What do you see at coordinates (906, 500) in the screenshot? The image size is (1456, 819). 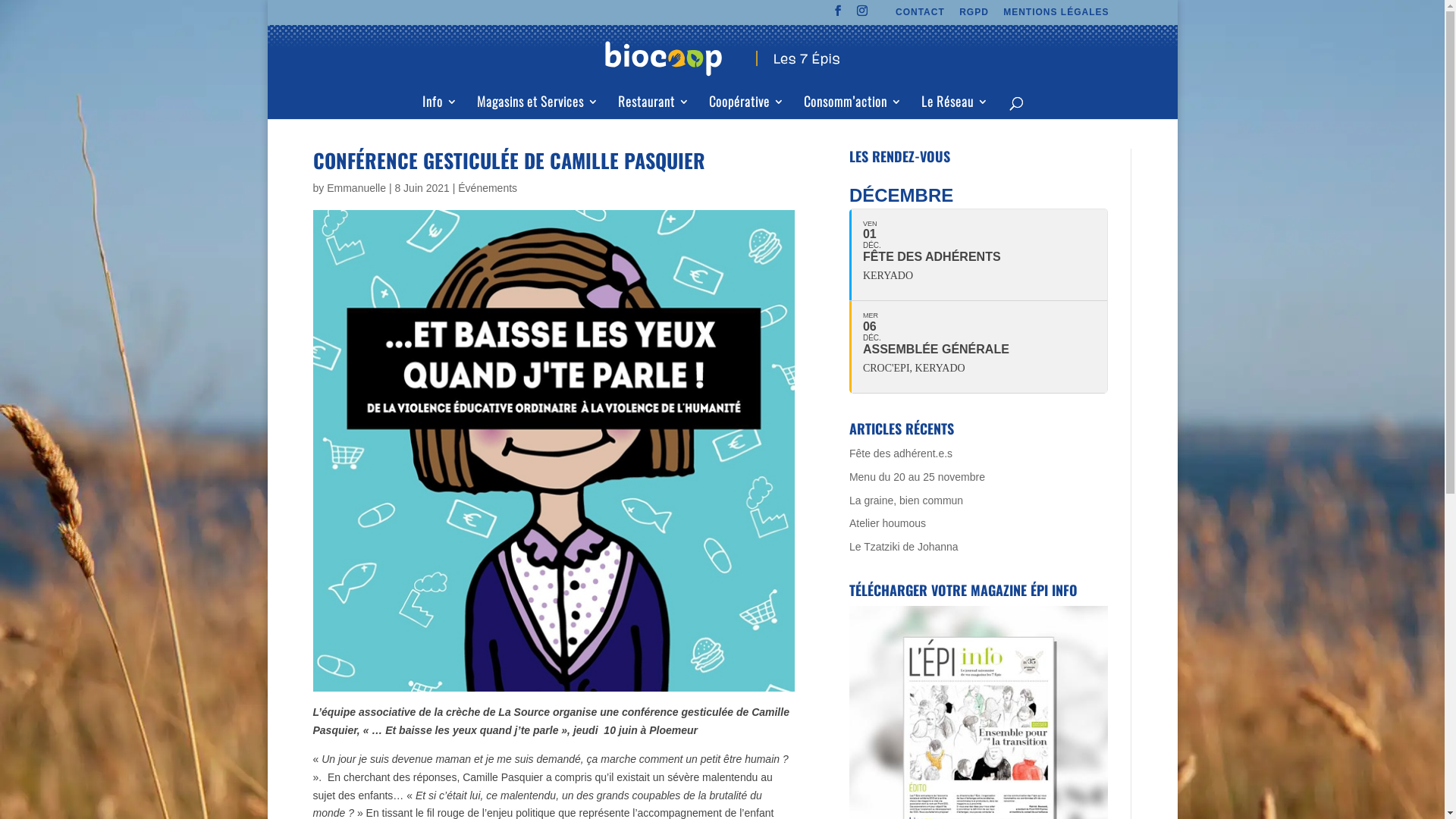 I see `'La graine, bien commun'` at bounding box center [906, 500].